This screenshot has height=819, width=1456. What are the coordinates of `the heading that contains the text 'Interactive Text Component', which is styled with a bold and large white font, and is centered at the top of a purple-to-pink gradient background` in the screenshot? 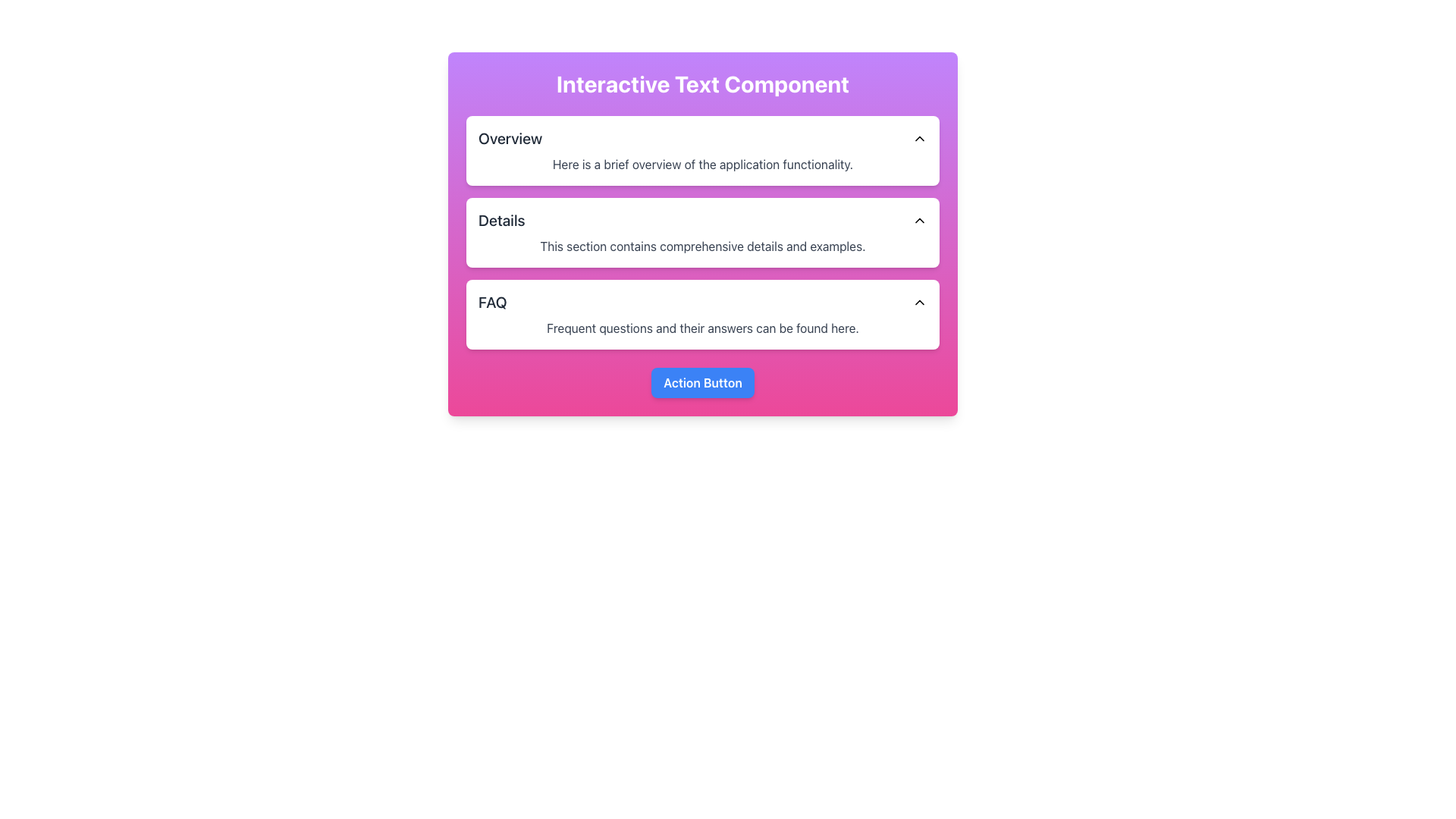 It's located at (701, 84).